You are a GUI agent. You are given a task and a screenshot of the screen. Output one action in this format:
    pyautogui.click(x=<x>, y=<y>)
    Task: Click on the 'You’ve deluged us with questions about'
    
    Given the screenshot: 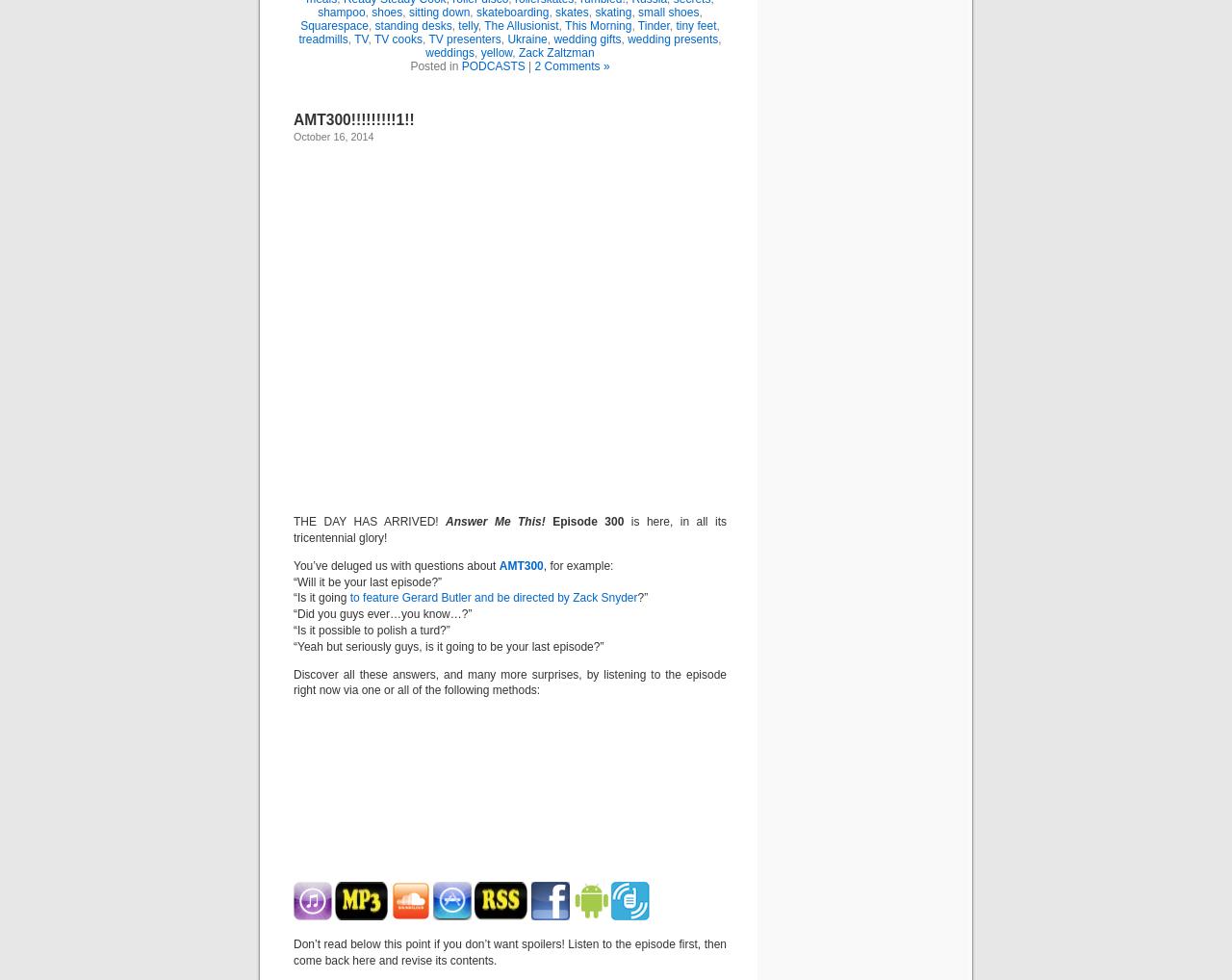 What is the action you would take?
    pyautogui.click(x=293, y=564)
    